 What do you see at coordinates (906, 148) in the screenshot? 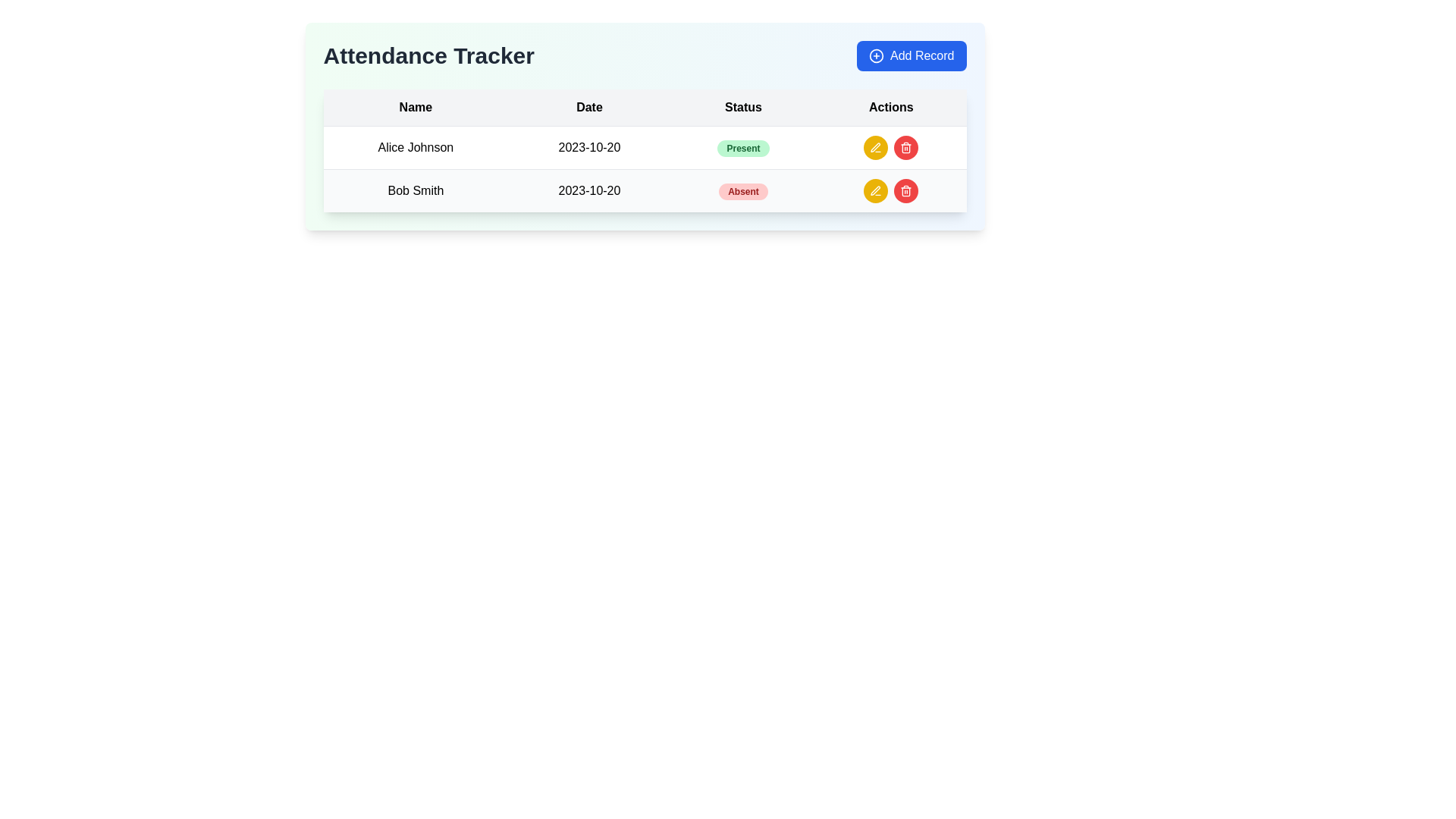
I see `the circular red delete button with a white trash bin icon located in the Actions column of the table row for 'Bob Smith'` at bounding box center [906, 148].